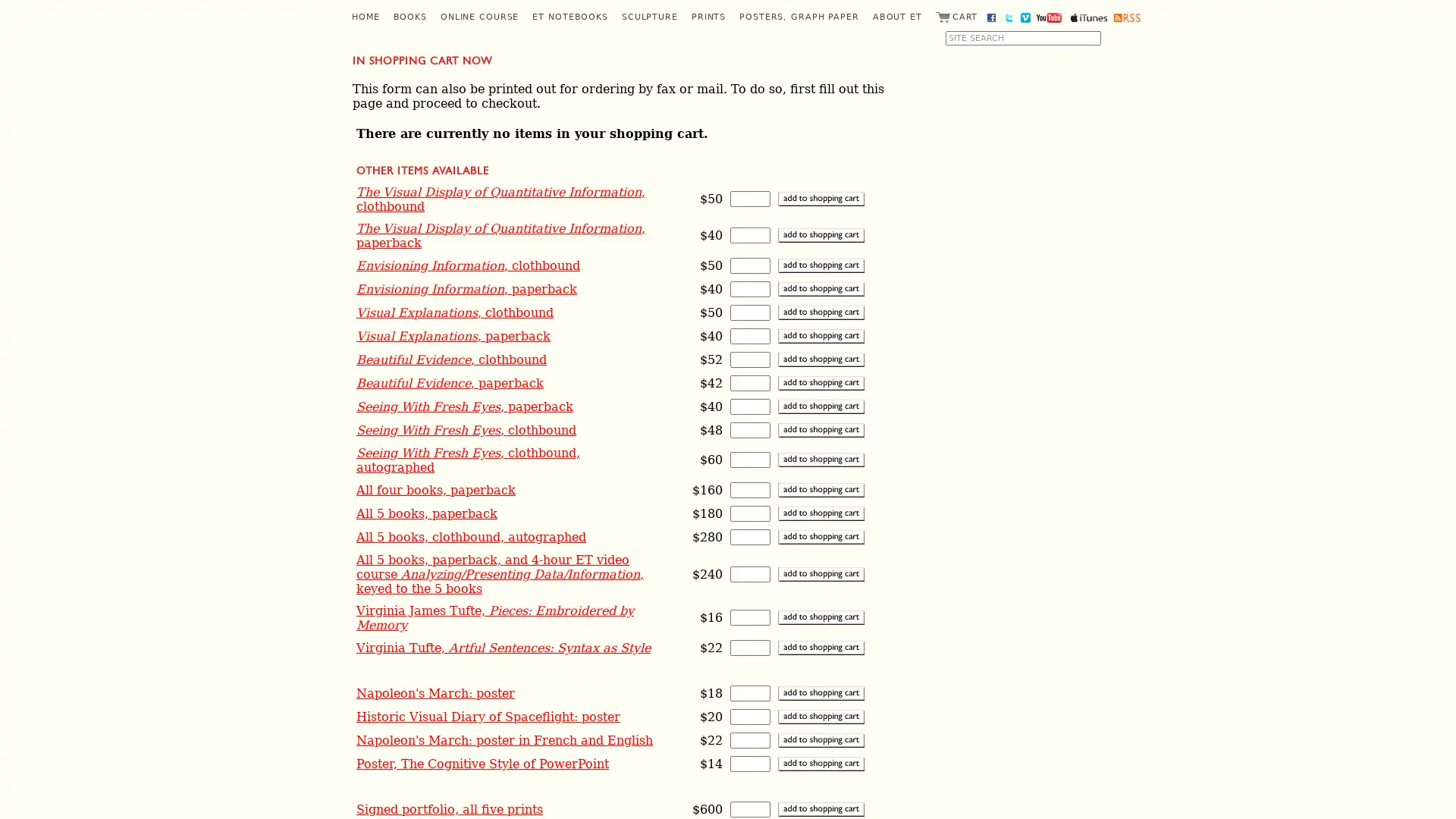  Describe the element at coordinates (821, 359) in the screenshot. I see `add to shopping cart` at that location.